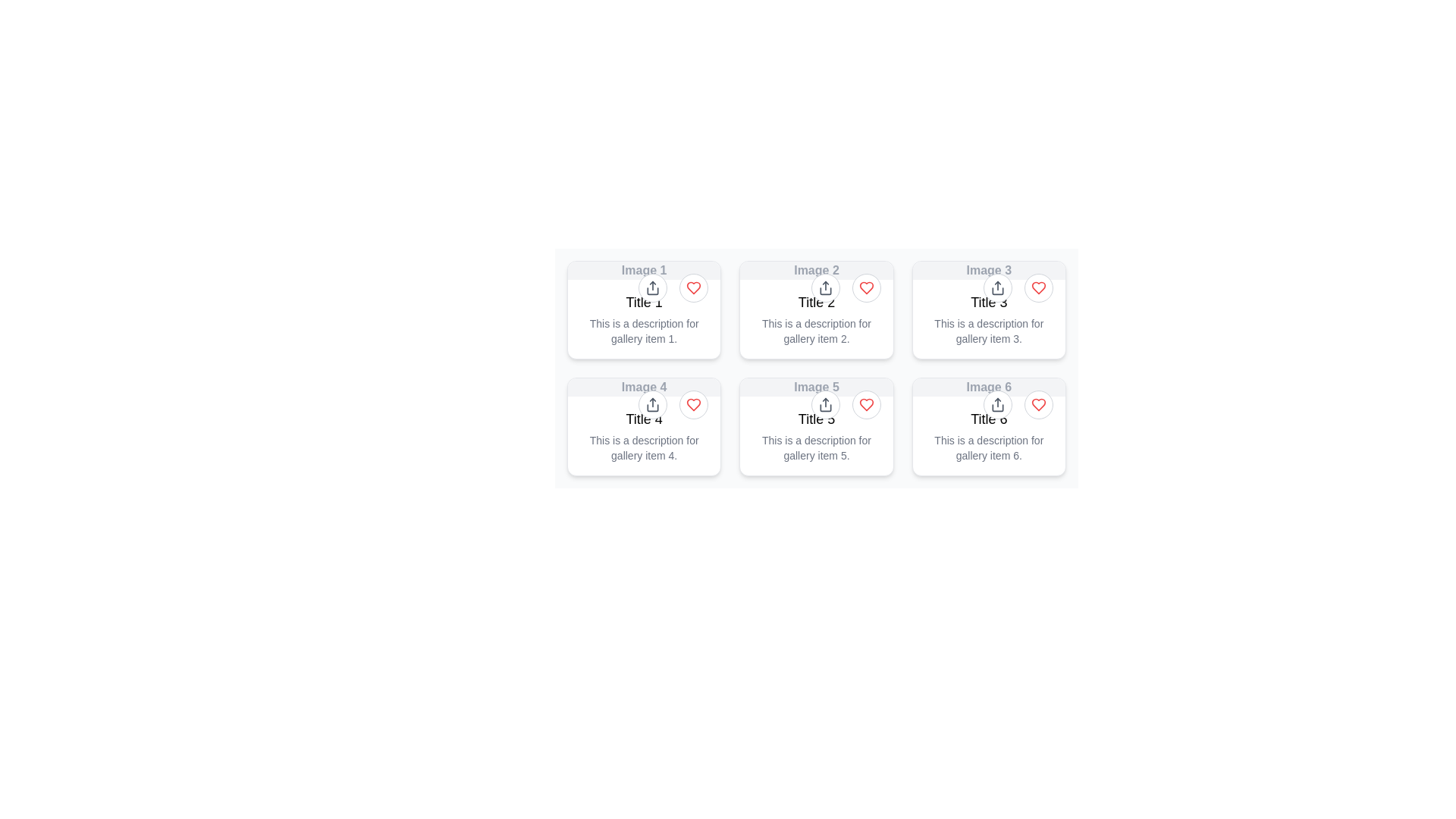 Image resolution: width=1456 pixels, height=819 pixels. I want to click on the circular 'Share' button located at the top-right corner of the card labeled 'Image 3 Title 3', so click(997, 288).